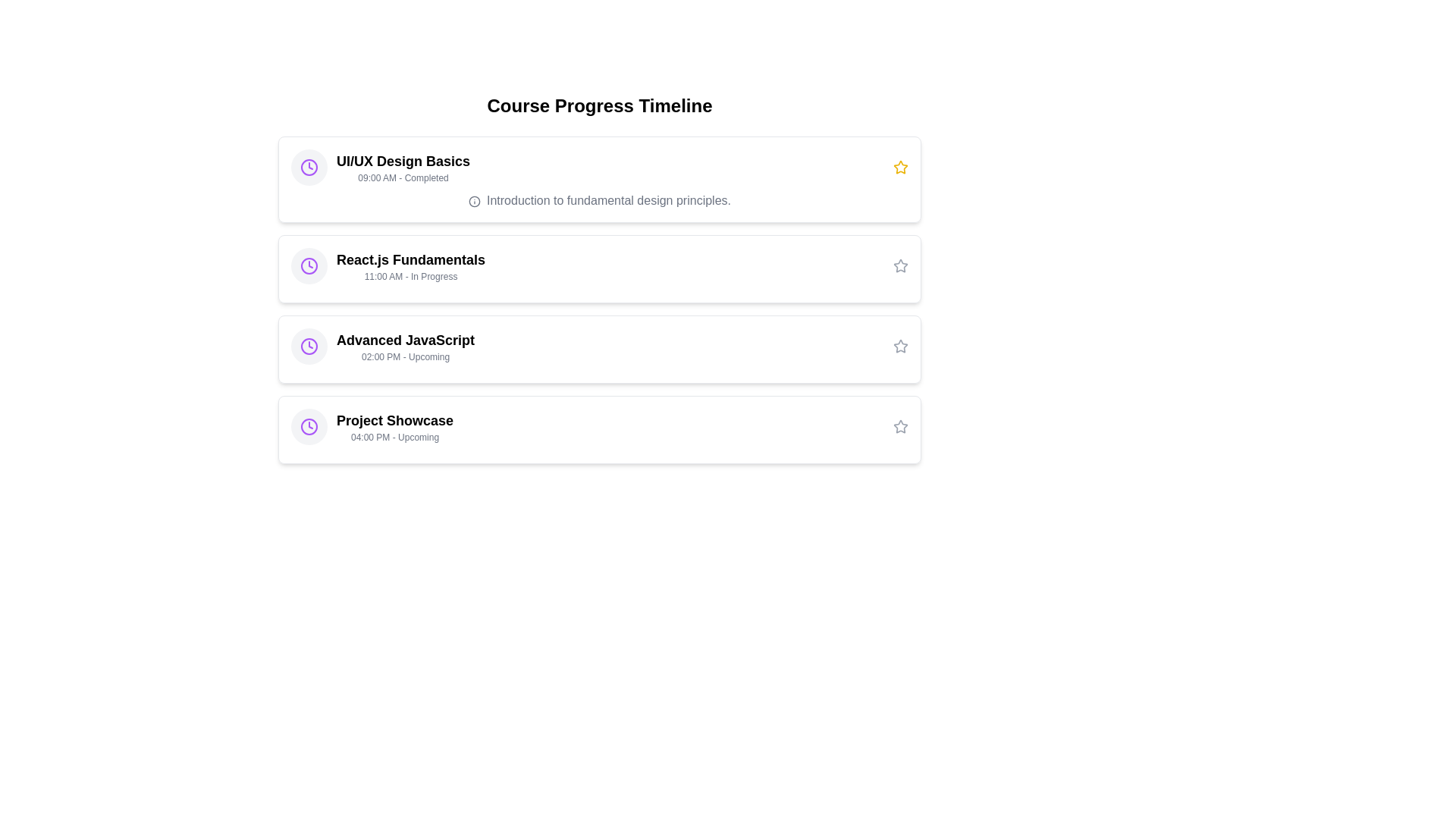 Image resolution: width=1456 pixels, height=819 pixels. I want to click on the informational text label indicating the time and status ('Upcoming') of the associated course module, located directly beneath the title 'Advanced JavaScript', so click(406, 356).